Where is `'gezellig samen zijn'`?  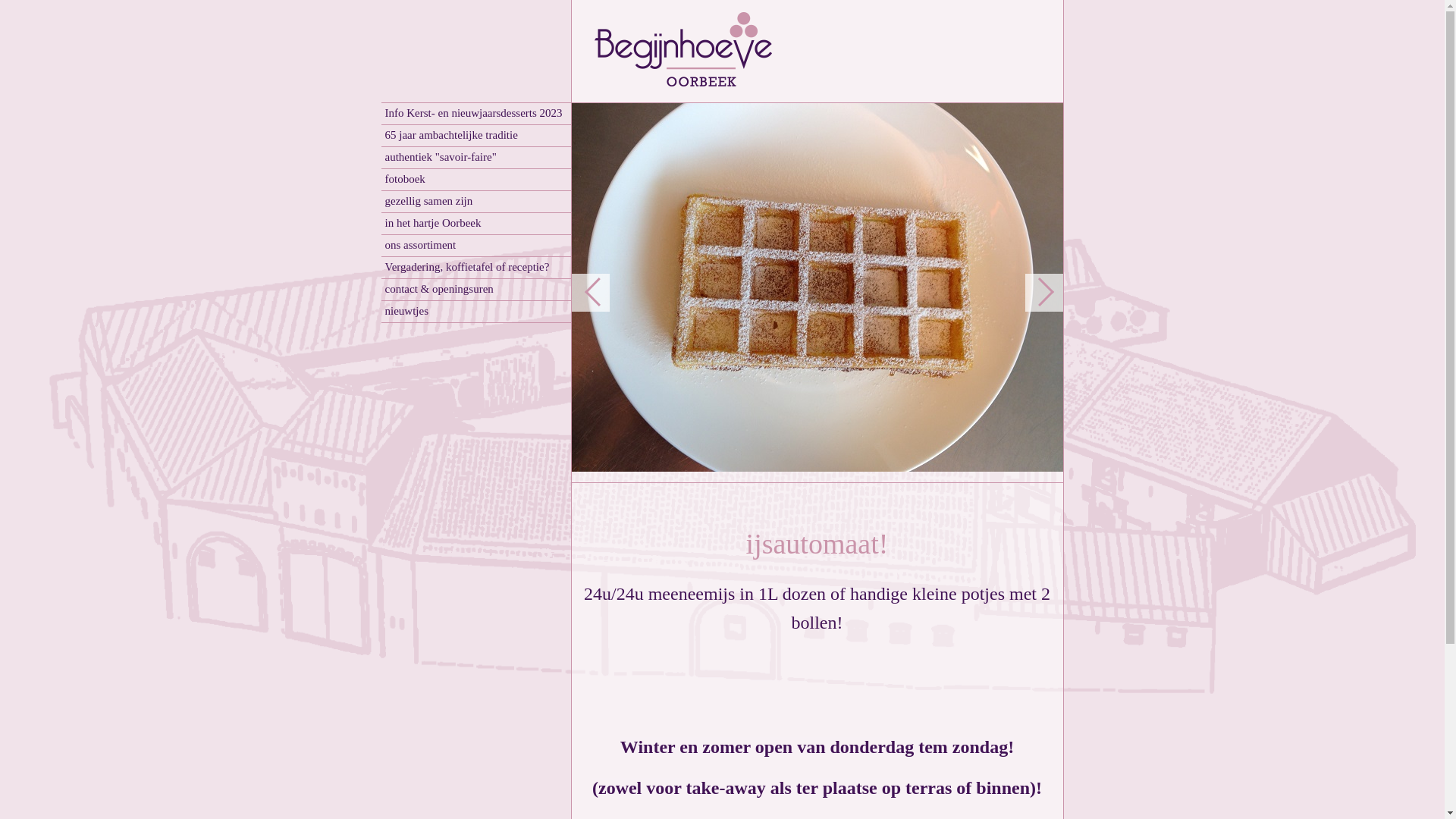
'gezellig samen zijn' is located at coordinates (475, 201).